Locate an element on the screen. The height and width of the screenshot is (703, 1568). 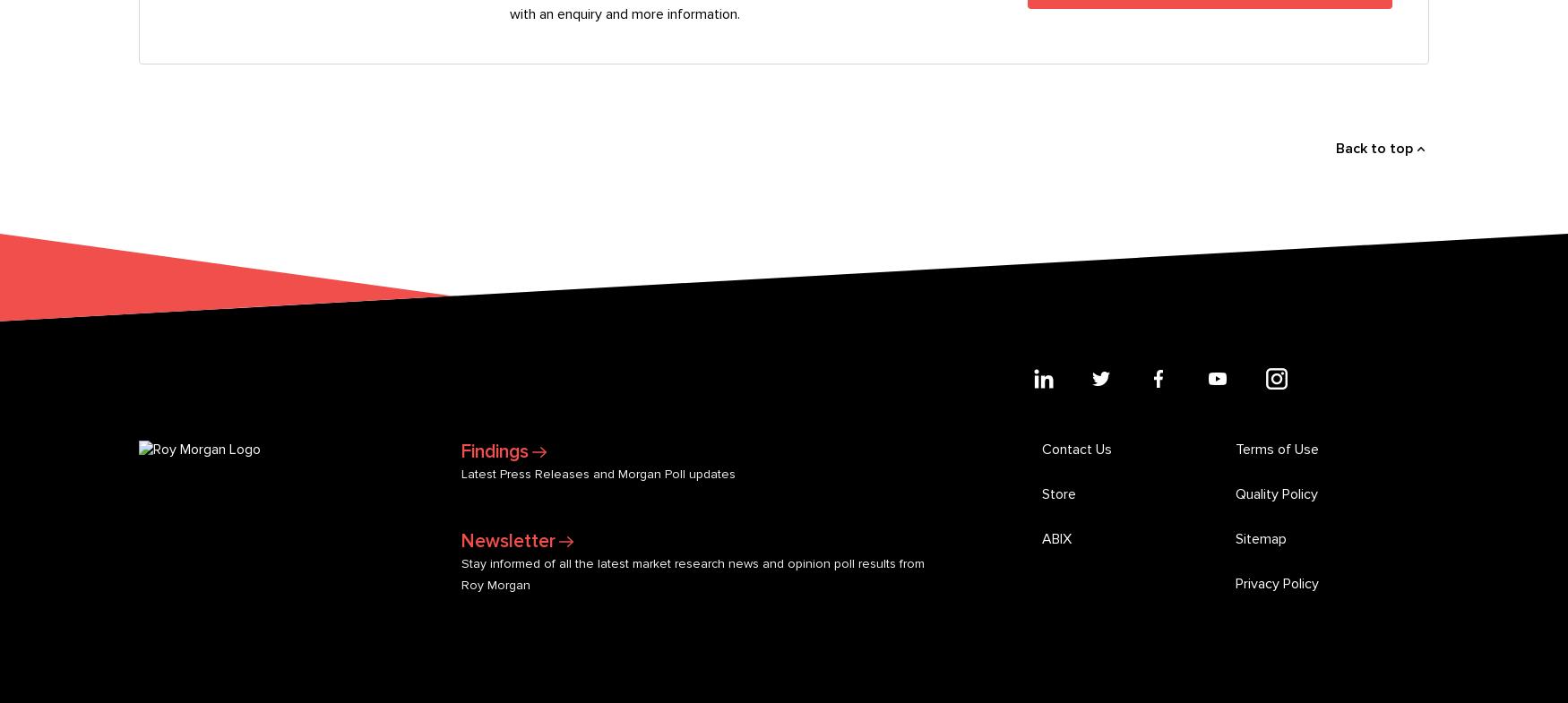
'Latest Press Releases and Morgan Poll updates' is located at coordinates (597, 170).